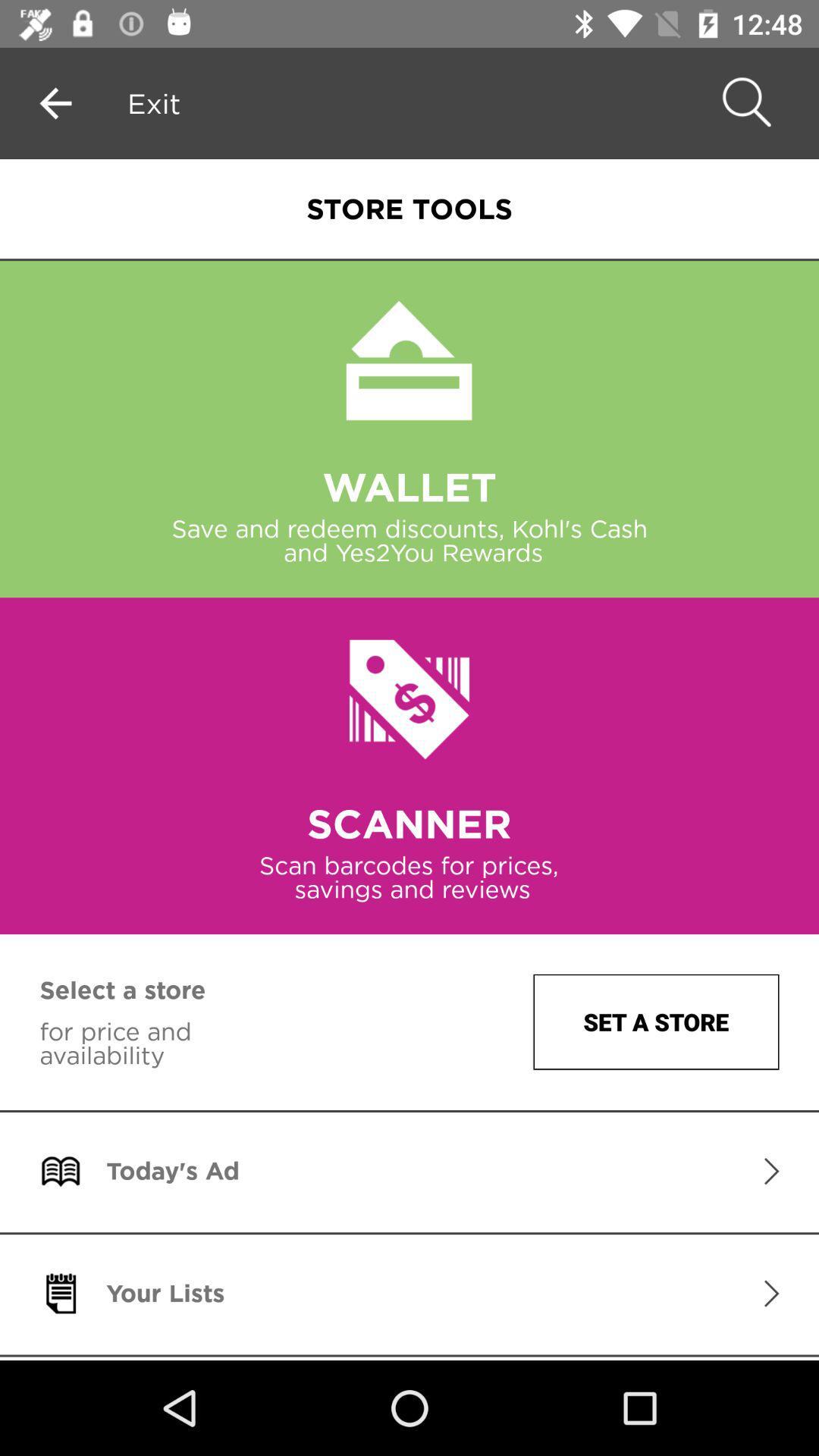 The image size is (819, 1456). What do you see at coordinates (55, 102) in the screenshot?
I see `go back` at bounding box center [55, 102].